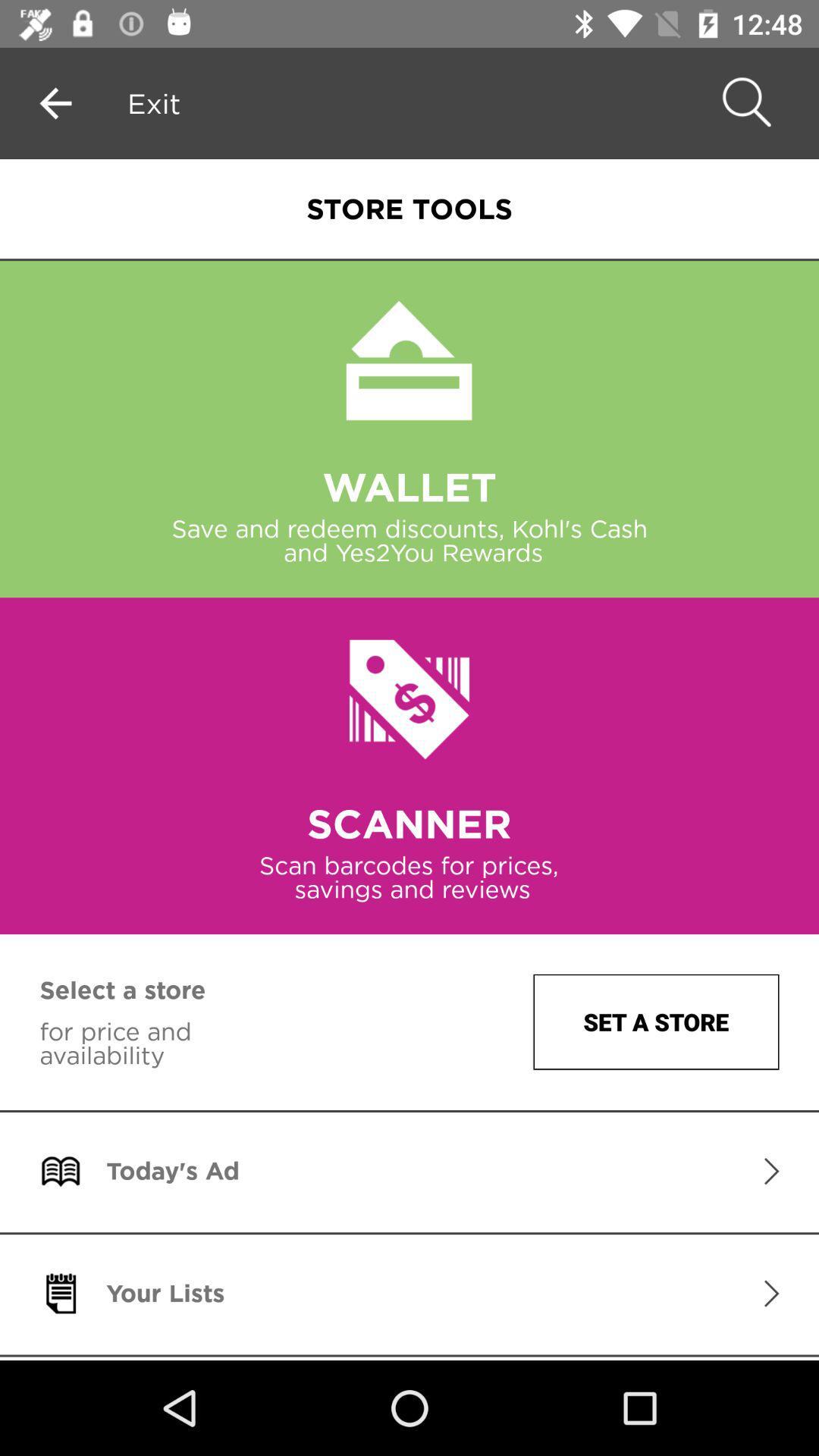 The image size is (819, 1456). What do you see at coordinates (55, 102) in the screenshot?
I see `go back` at bounding box center [55, 102].